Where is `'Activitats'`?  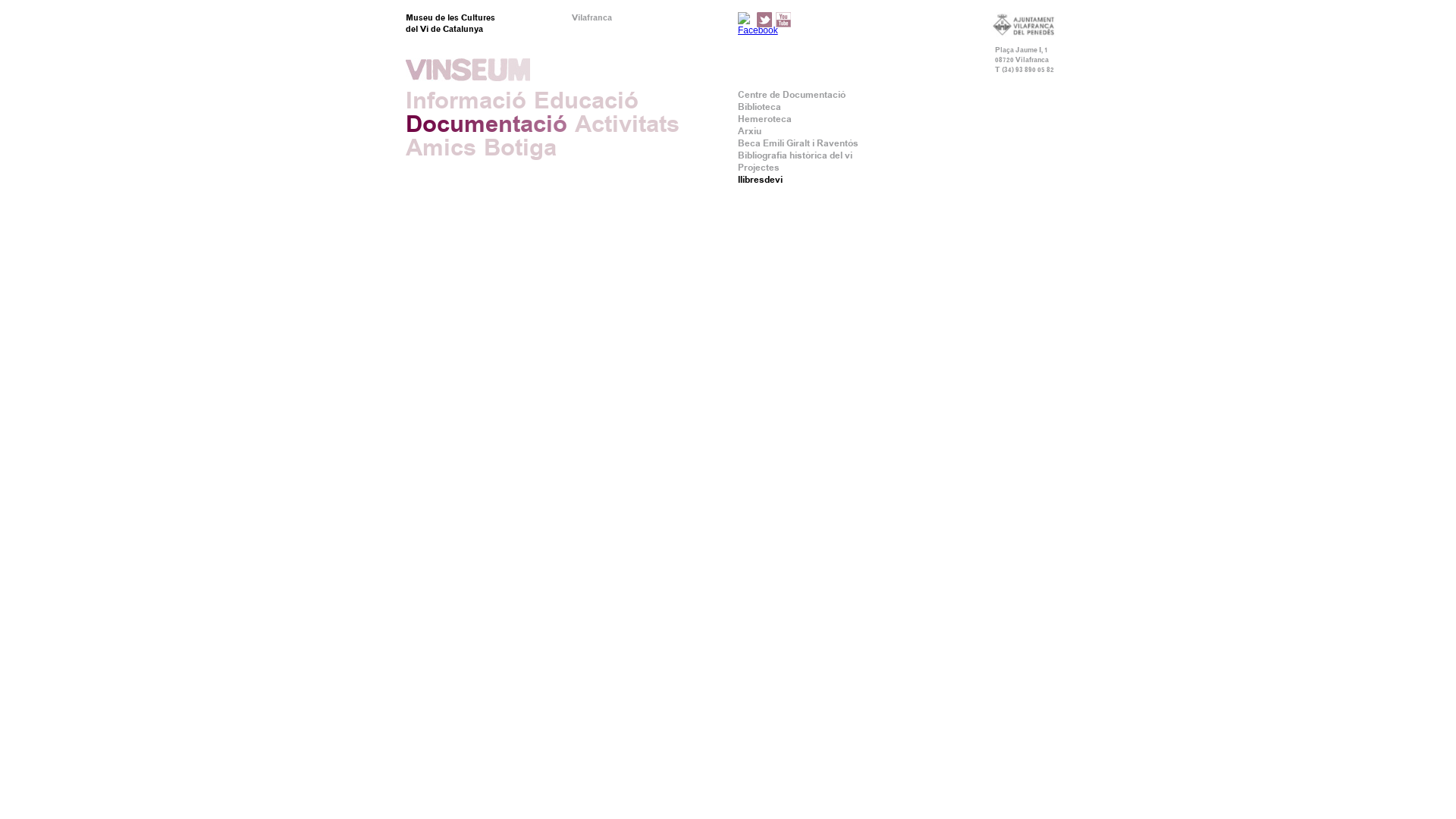 'Activitats' is located at coordinates (626, 123).